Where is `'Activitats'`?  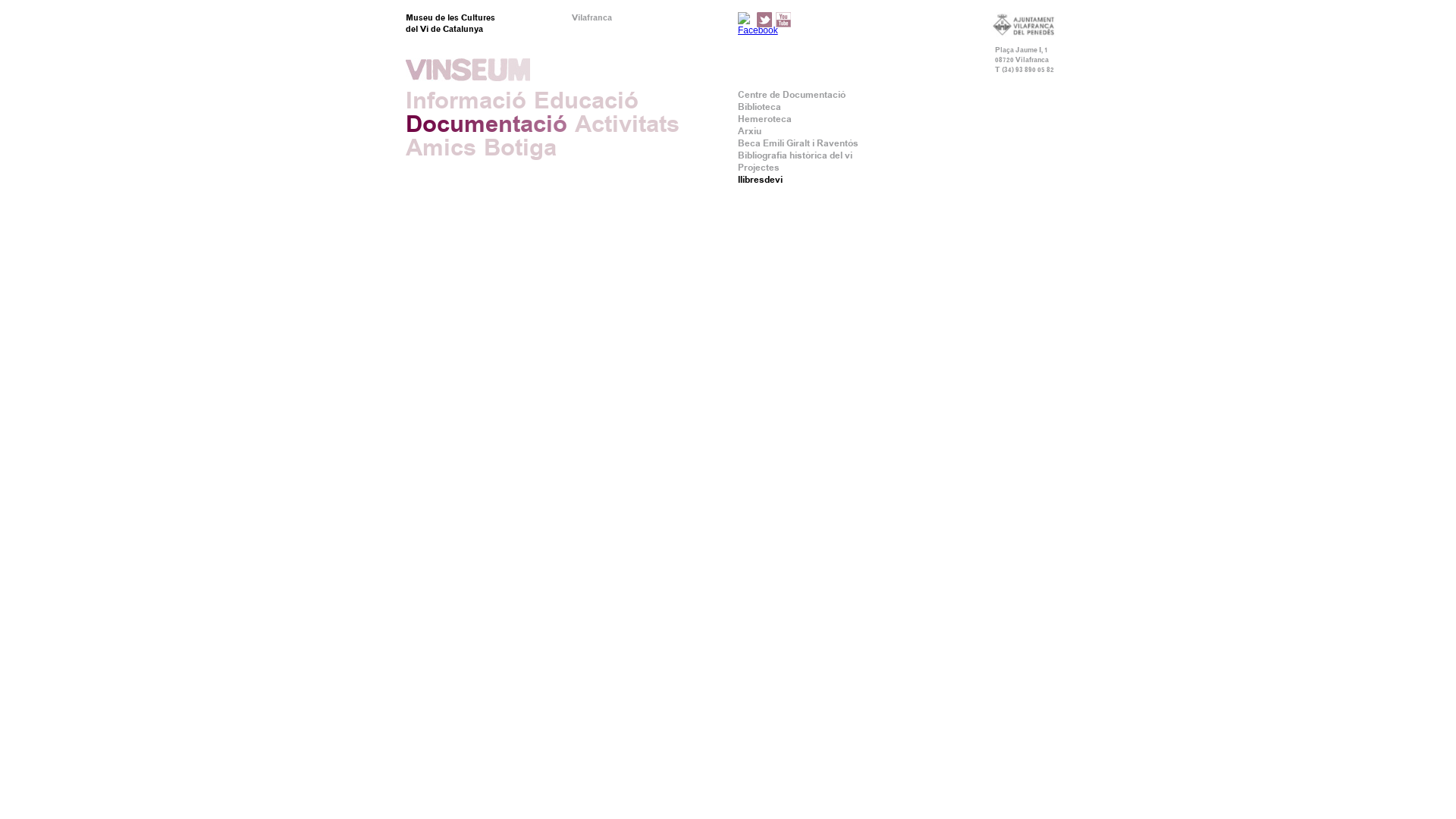 'Activitats' is located at coordinates (626, 123).